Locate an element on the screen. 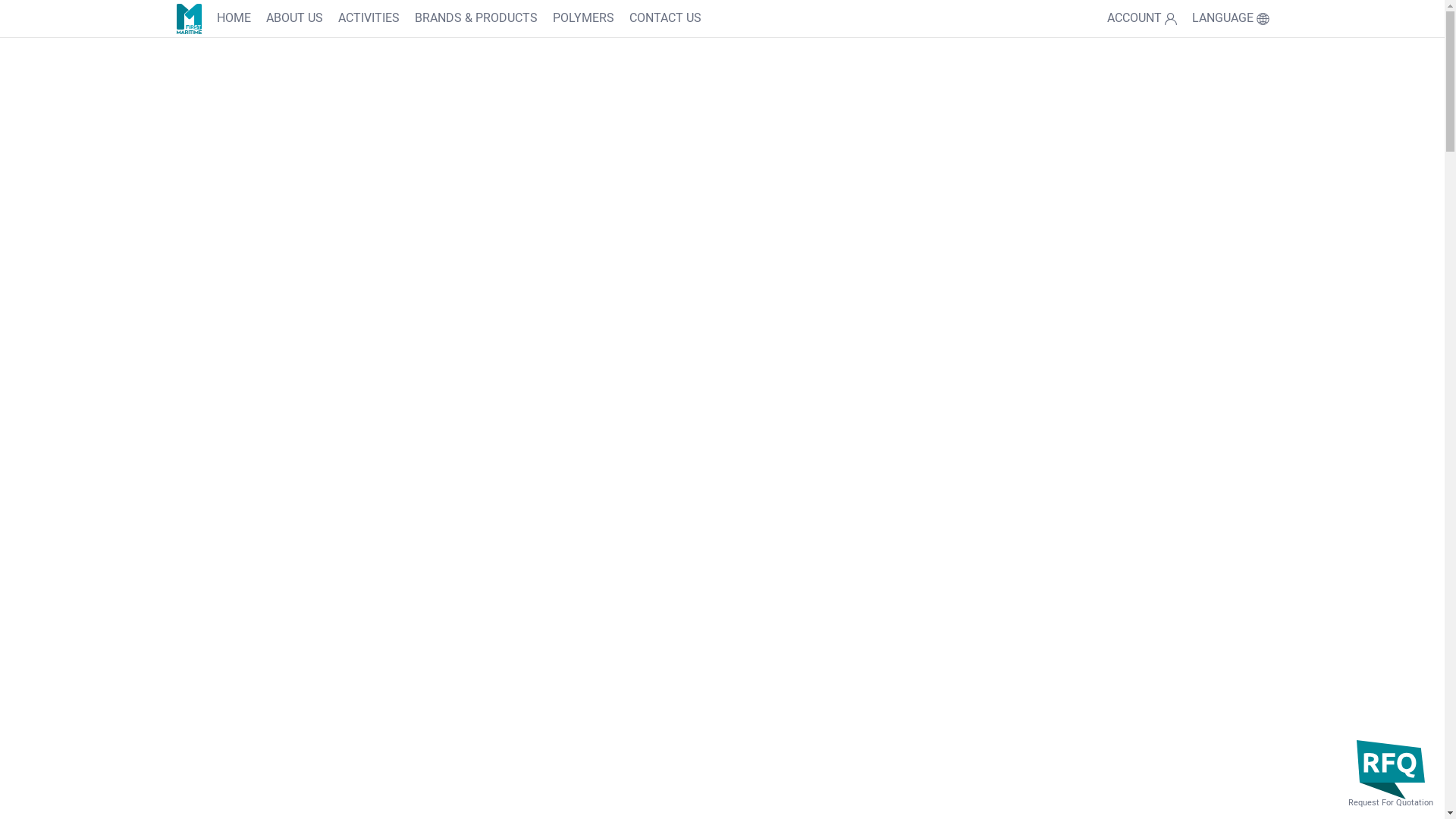 The height and width of the screenshot is (819, 1456). 'LANGUAGE' is located at coordinates (1230, 18).